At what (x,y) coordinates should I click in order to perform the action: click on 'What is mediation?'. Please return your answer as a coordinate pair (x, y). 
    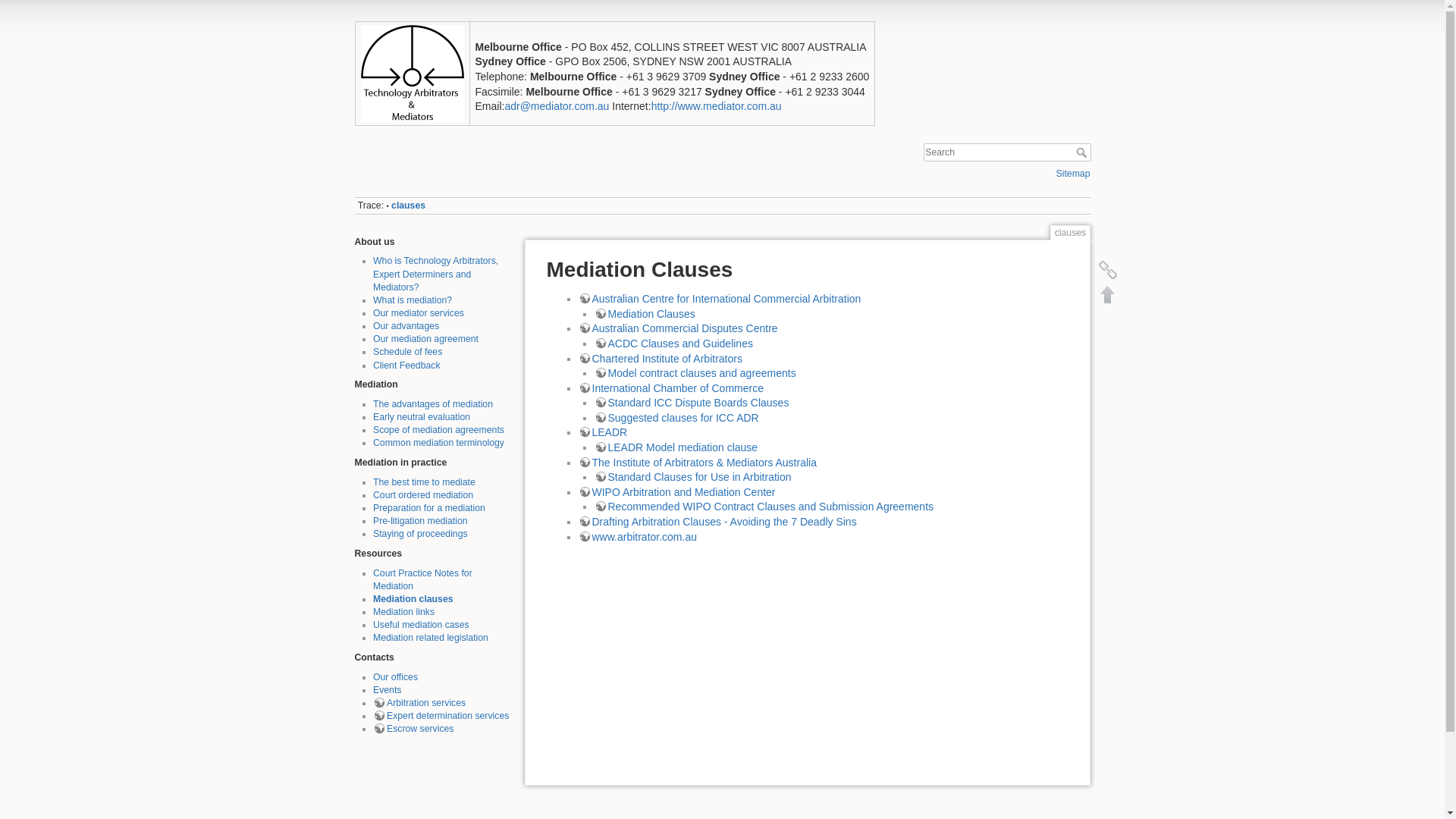
    Looking at the image, I should click on (412, 300).